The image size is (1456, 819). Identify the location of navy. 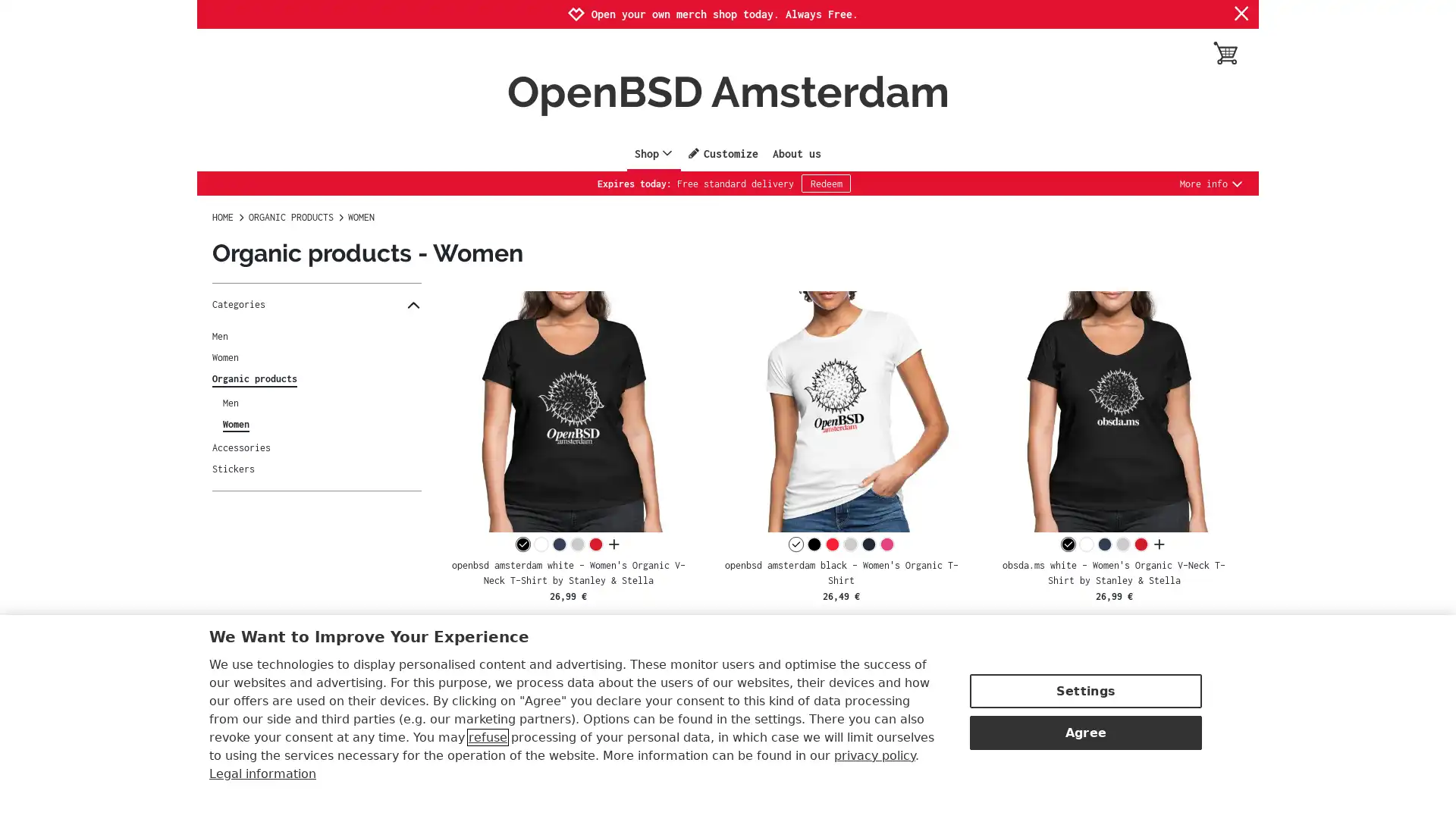
(868, 544).